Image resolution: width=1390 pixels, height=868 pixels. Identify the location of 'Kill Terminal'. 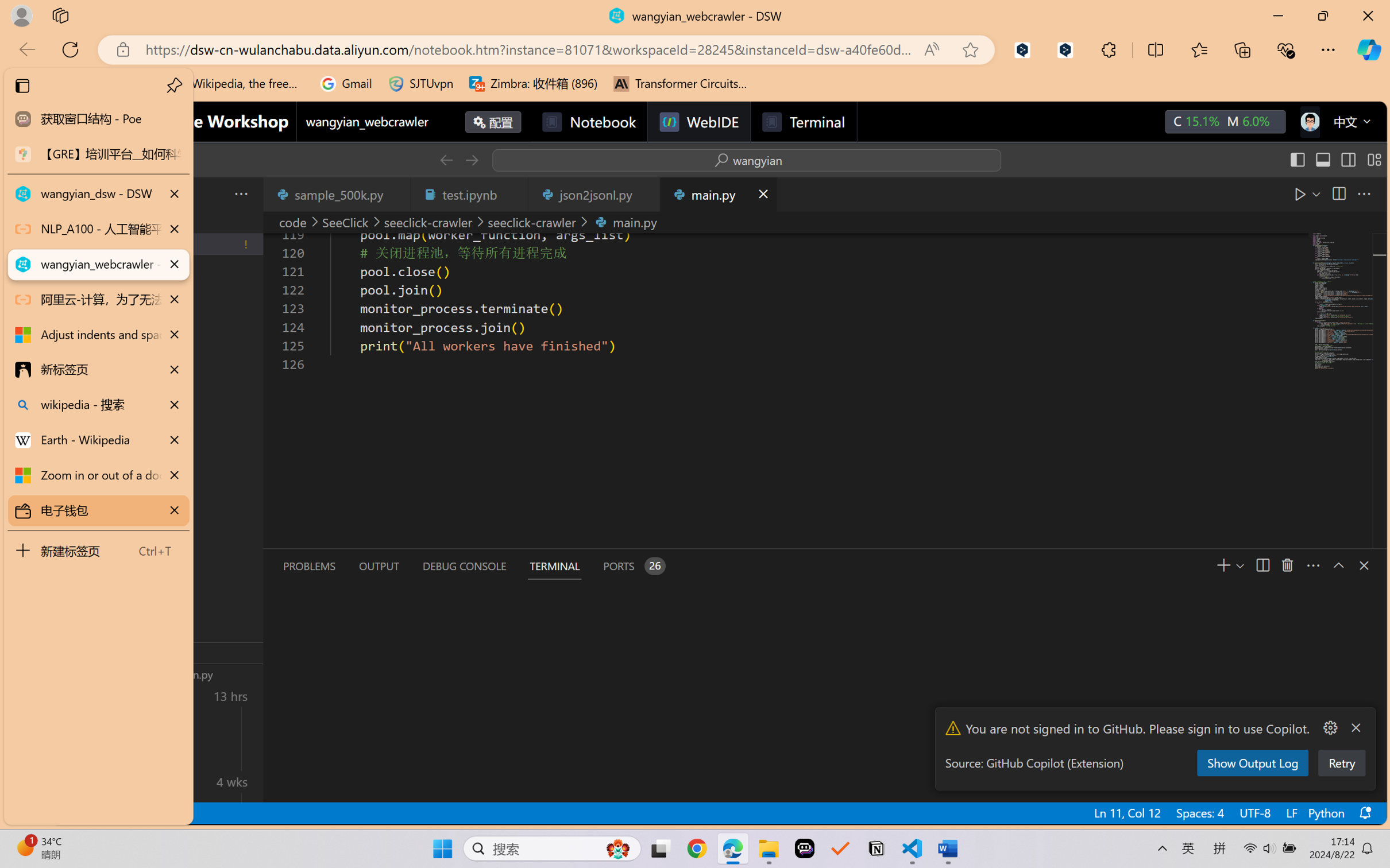
(1286, 565).